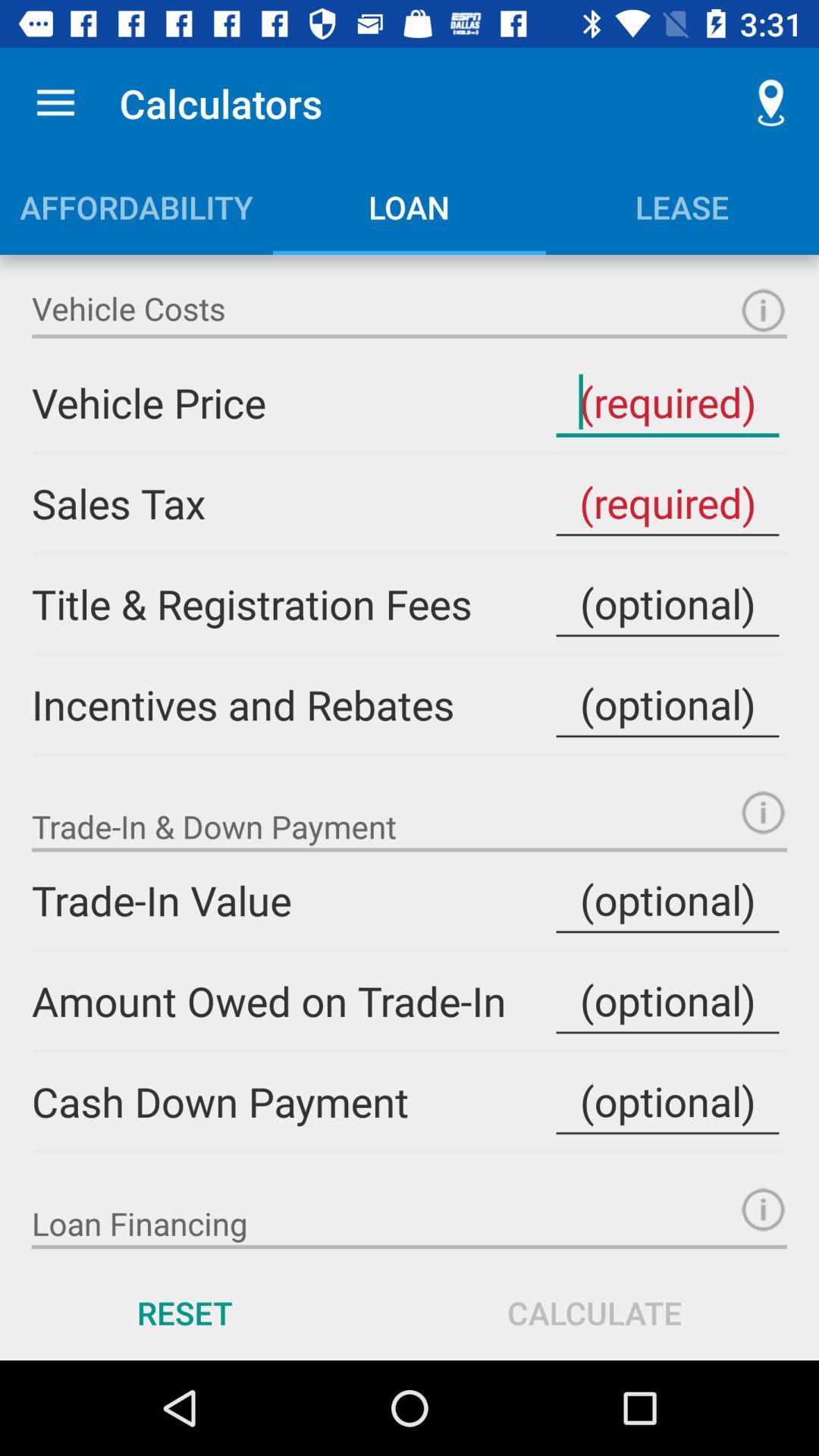 Image resolution: width=819 pixels, height=1456 pixels. What do you see at coordinates (667, 603) in the screenshot?
I see `input field` at bounding box center [667, 603].